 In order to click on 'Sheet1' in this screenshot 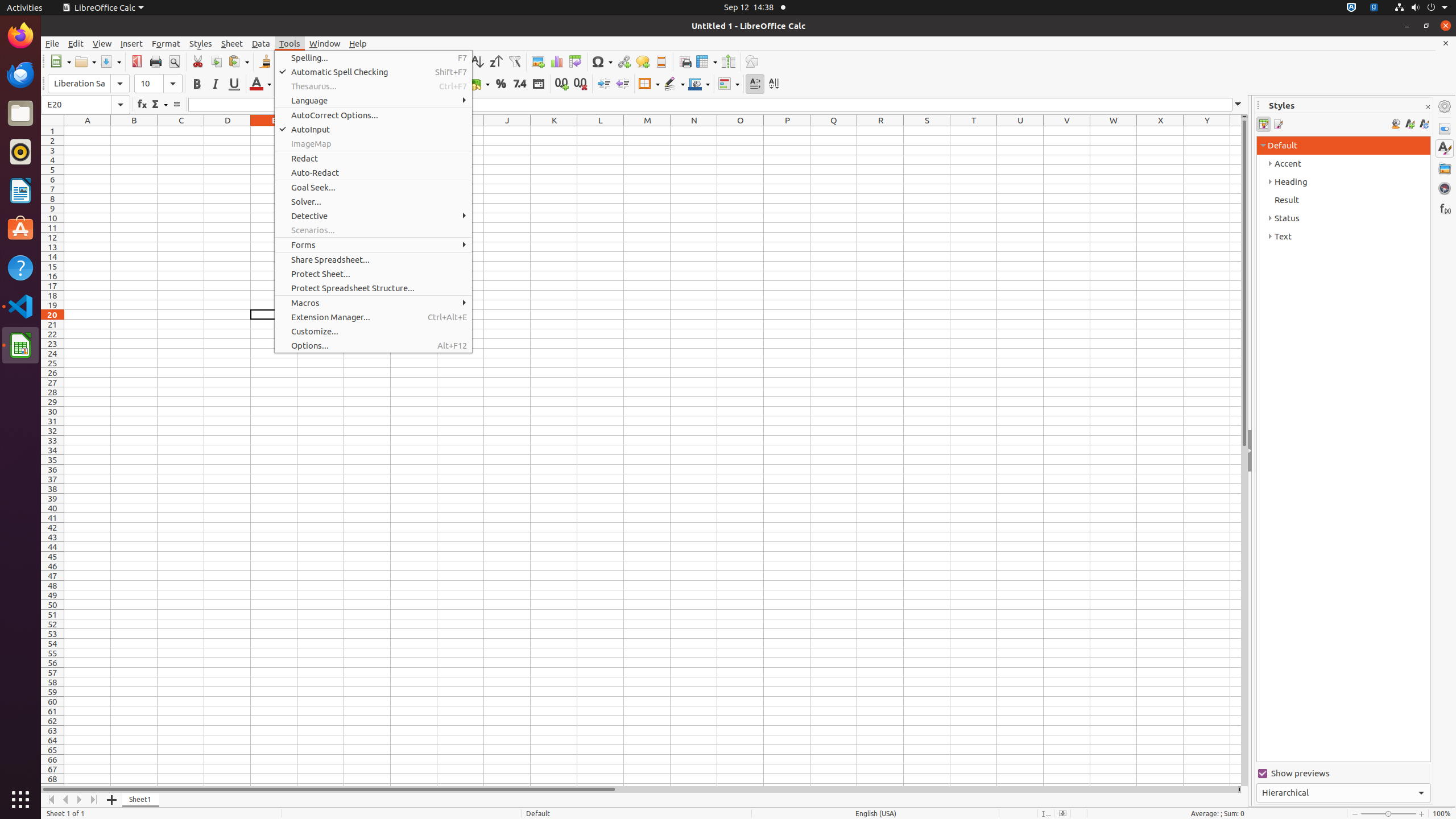, I will do `click(140, 799)`.